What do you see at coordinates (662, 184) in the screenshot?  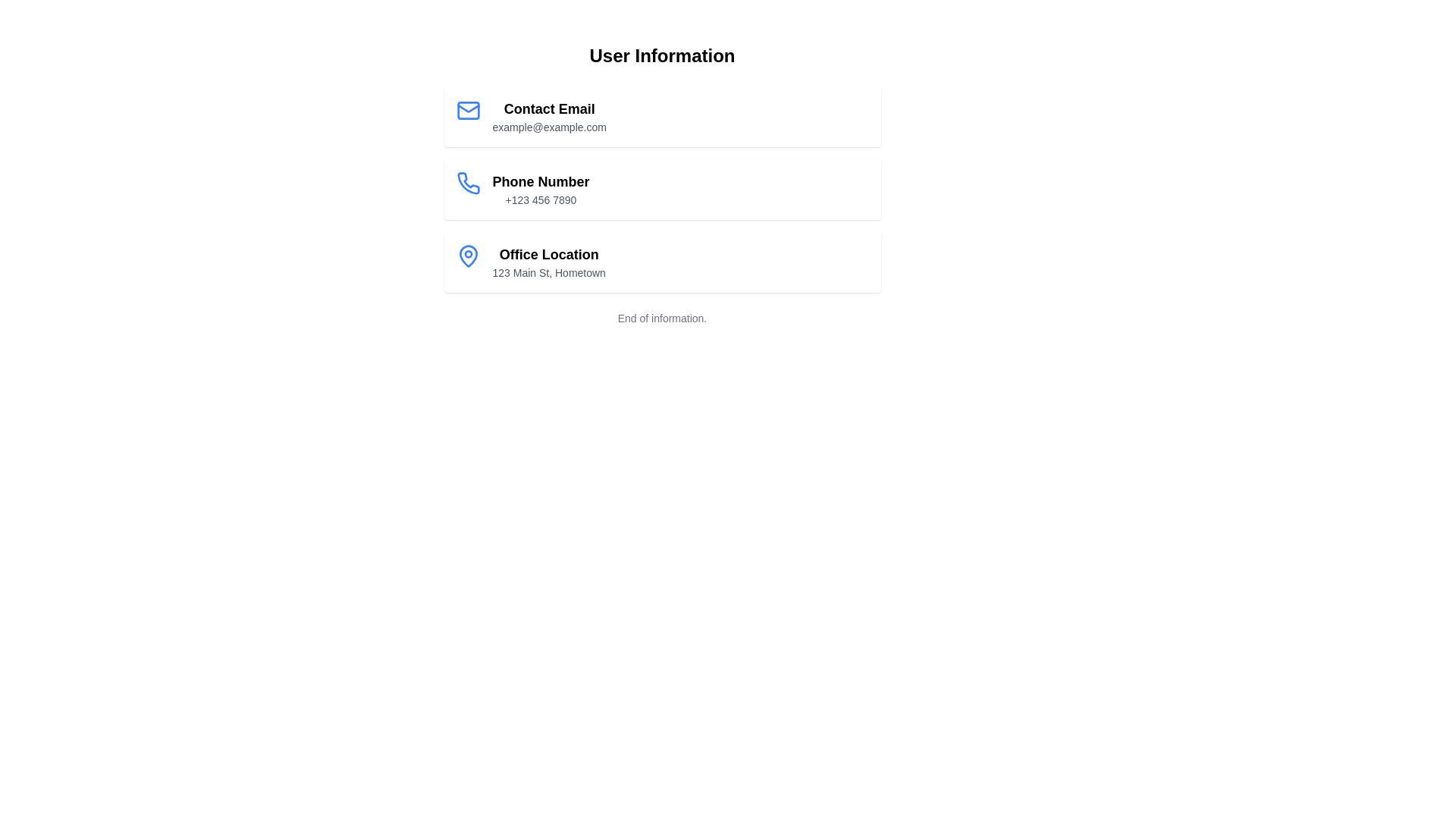 I see `the phone number display component, which is located in the second vertical section of user contact details, positioned below the 'Contact Email' section and above the 'Office Location' section` at bounding box center [662, 184].